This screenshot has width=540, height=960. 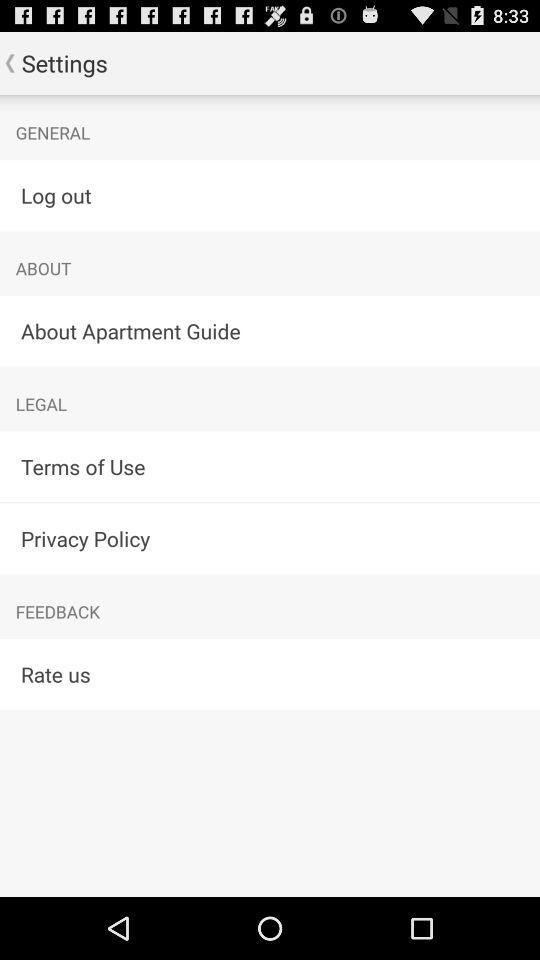 I want to click on about apartment guide icon, so click(x=270, y=330).